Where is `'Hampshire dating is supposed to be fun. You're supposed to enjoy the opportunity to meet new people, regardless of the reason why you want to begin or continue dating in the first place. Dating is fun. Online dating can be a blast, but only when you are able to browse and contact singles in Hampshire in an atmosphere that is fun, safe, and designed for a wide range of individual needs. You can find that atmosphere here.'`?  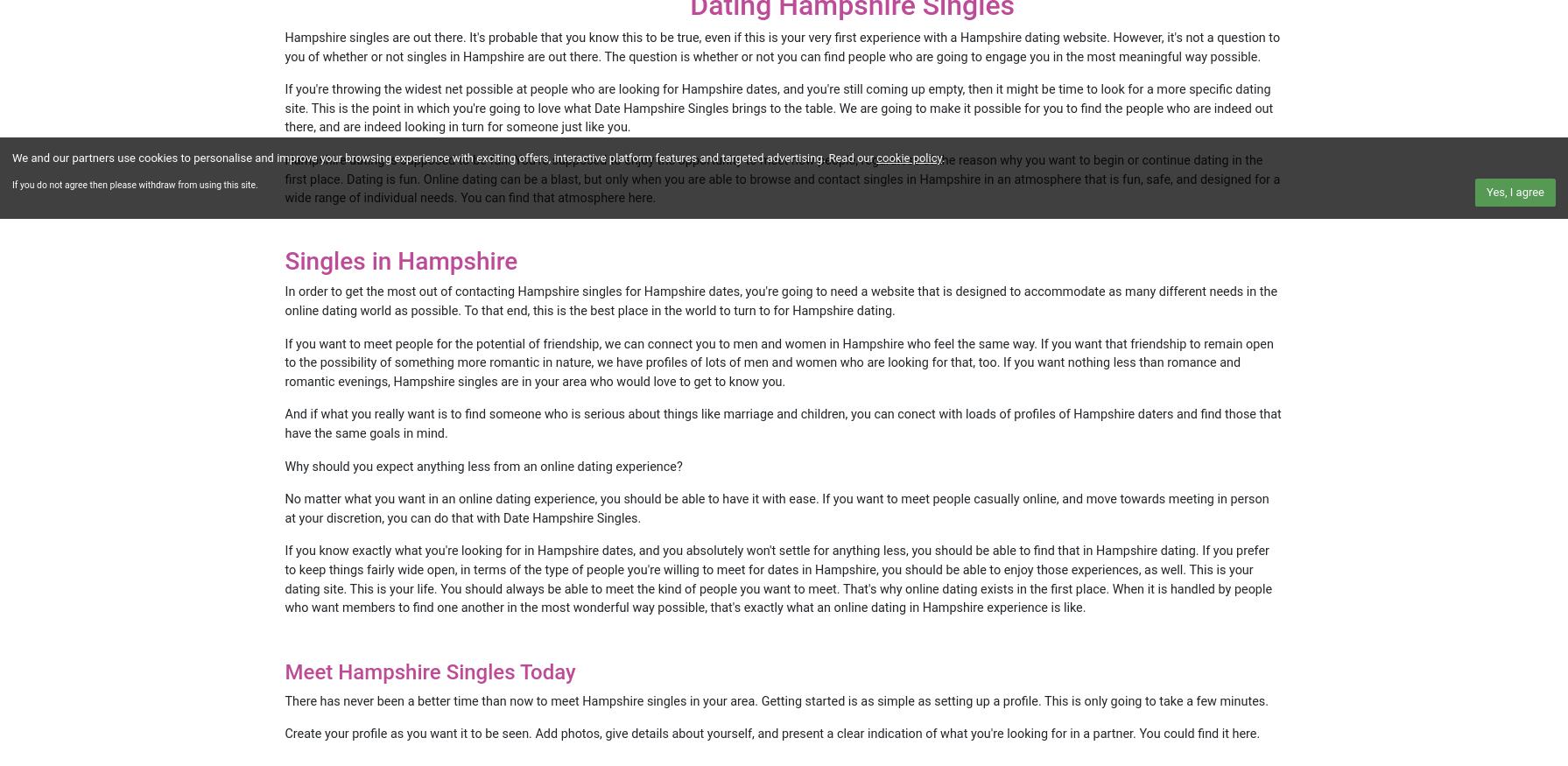
'Hampshire dating is supposed to be fun. You're supposed to enjoy the opportunity to meet new people, regardless of the reason why you want to begin or continue dating in the first place. Dating is fun. Online dating can be a blast, but only when you are able to browse and contact singles in Hampshire in an atmosphere that is fun, safe, and designed for a wide range of individual needs. You can find that atmosphere here.' is located at coordinates (782, 179).